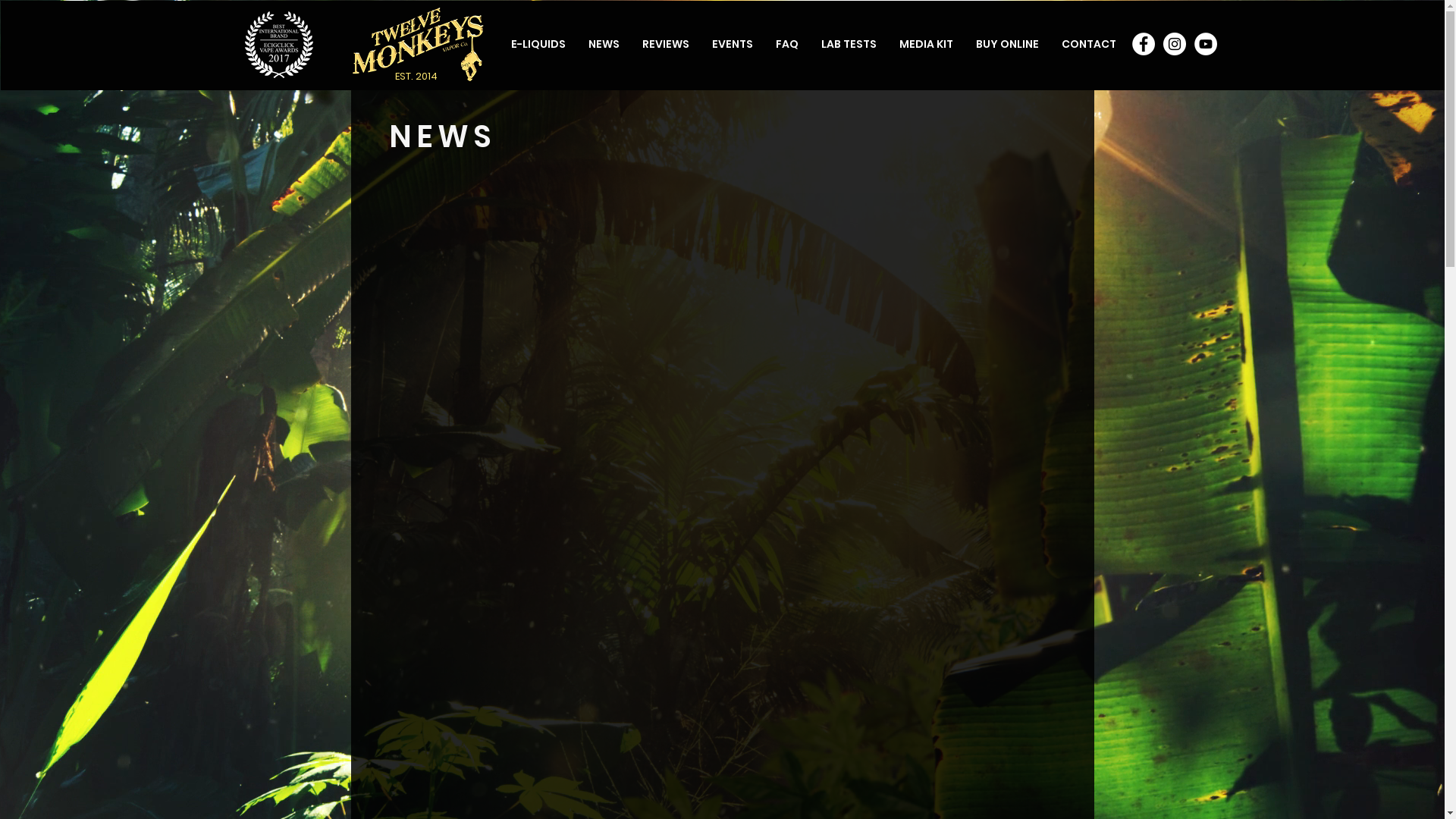 This screenshot has height=819, width=1456. I want to click on 'EVENTS', so click(732, 42).